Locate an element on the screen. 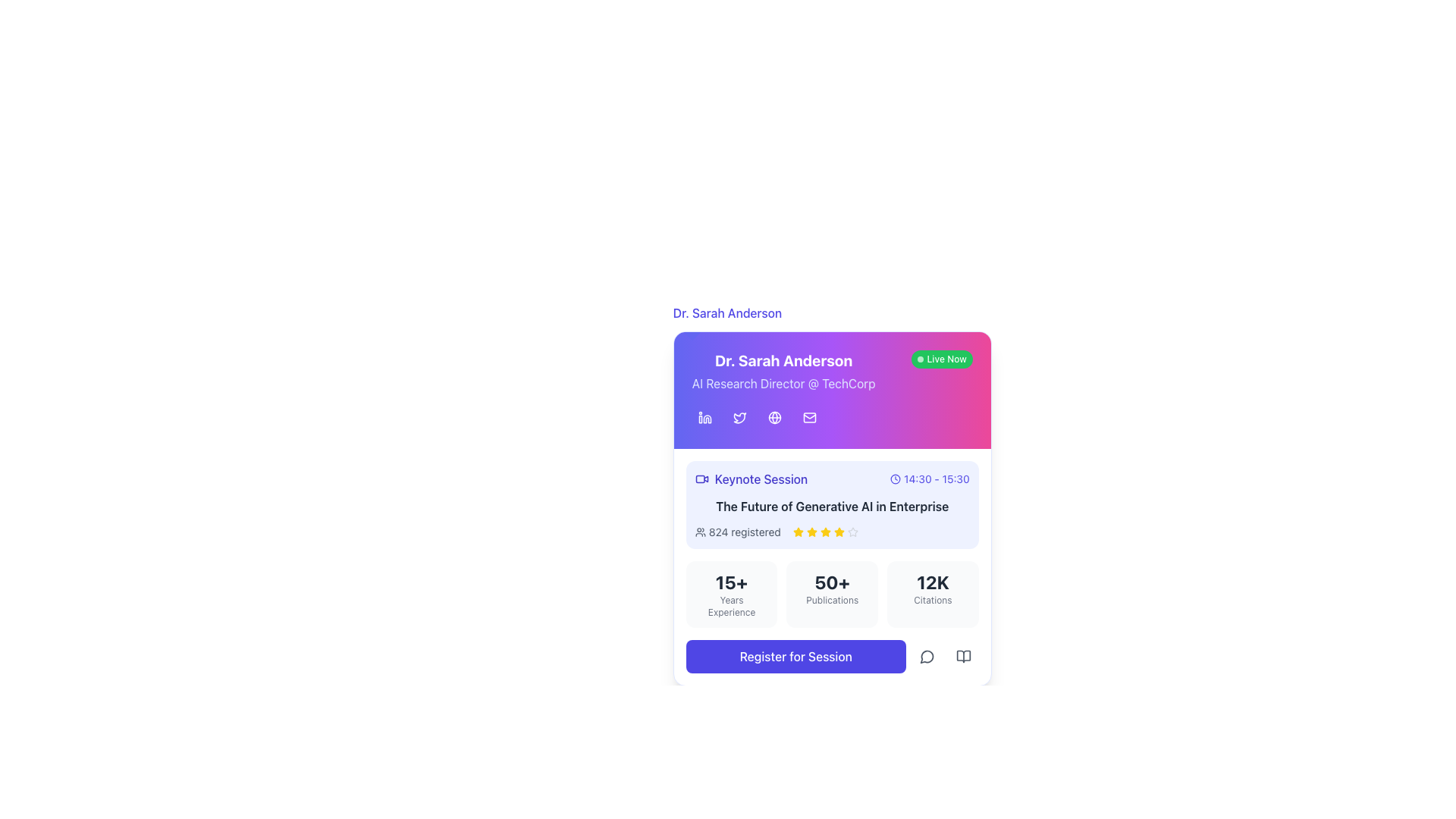  the Label with the video camera icon and 'Keynote Session' text by moving the cursor to its center point is located at coordinates (751, 479).